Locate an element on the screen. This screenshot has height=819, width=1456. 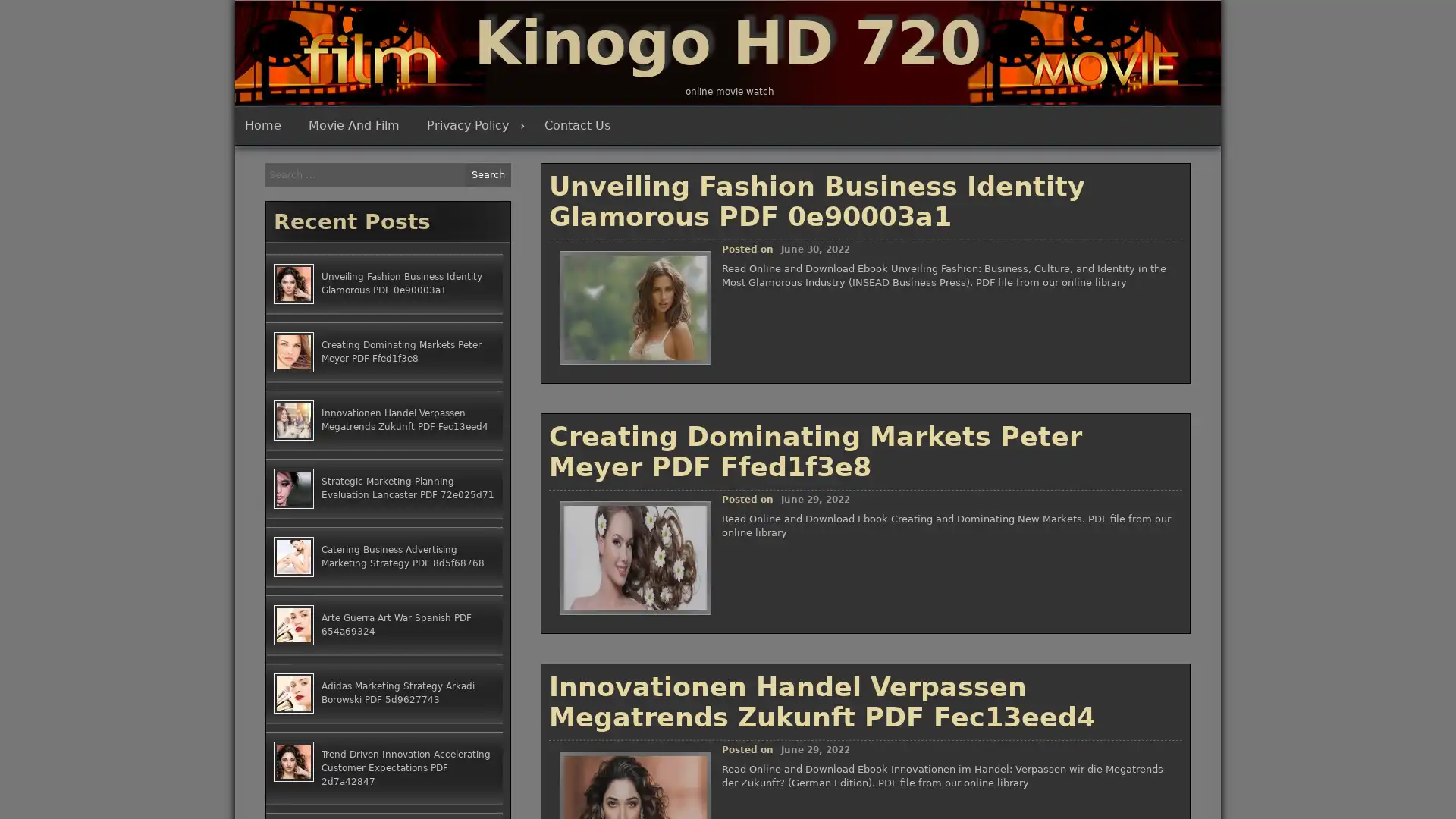
Search is located at coordinates (488, 174).